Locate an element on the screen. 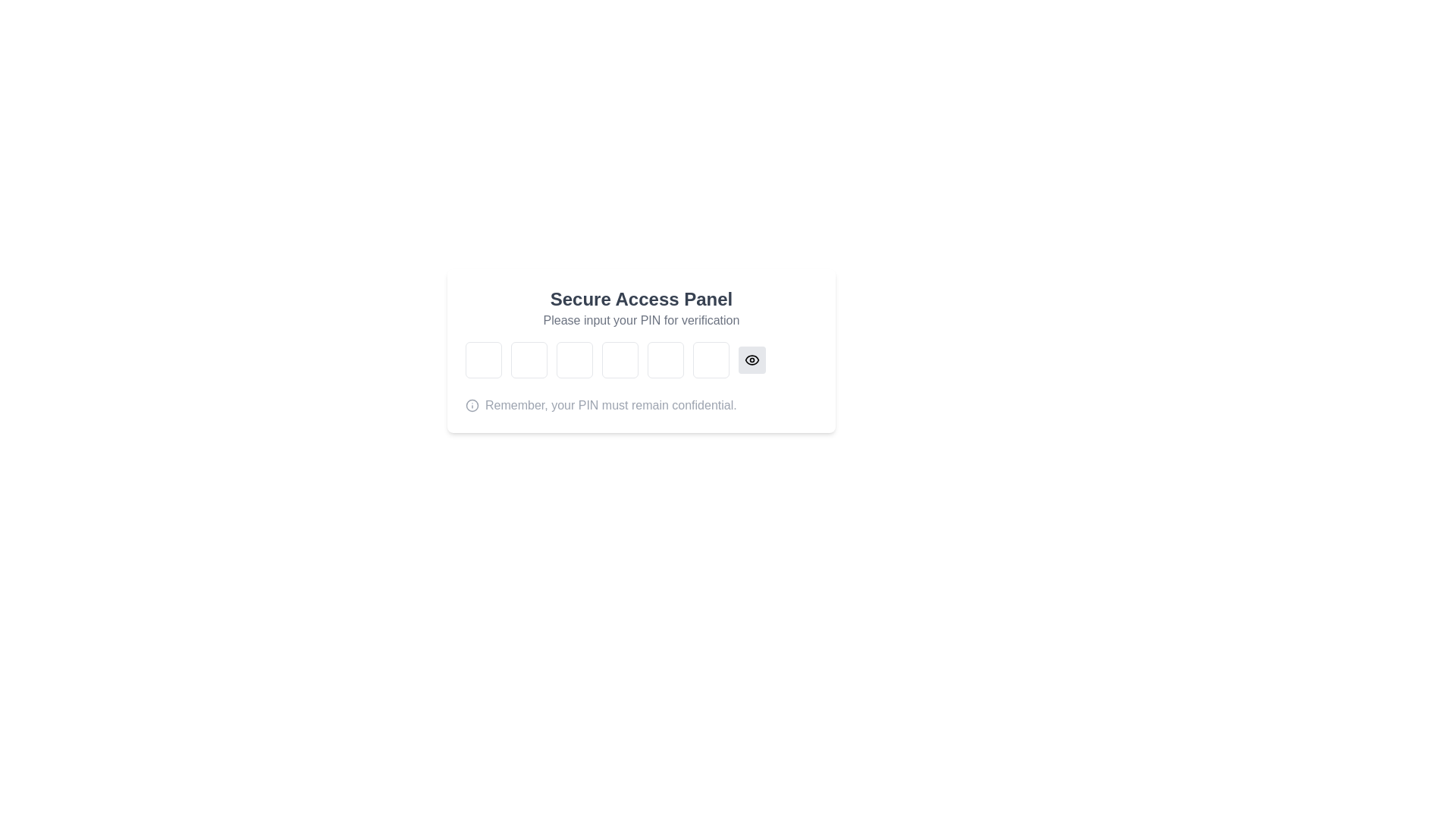 This screenshot has width=1456, height=819. the text label that reads 'Please input your PIN for verification', which is styled in light gray and part of a secure access panel interface is located at coordinates (641, 320).